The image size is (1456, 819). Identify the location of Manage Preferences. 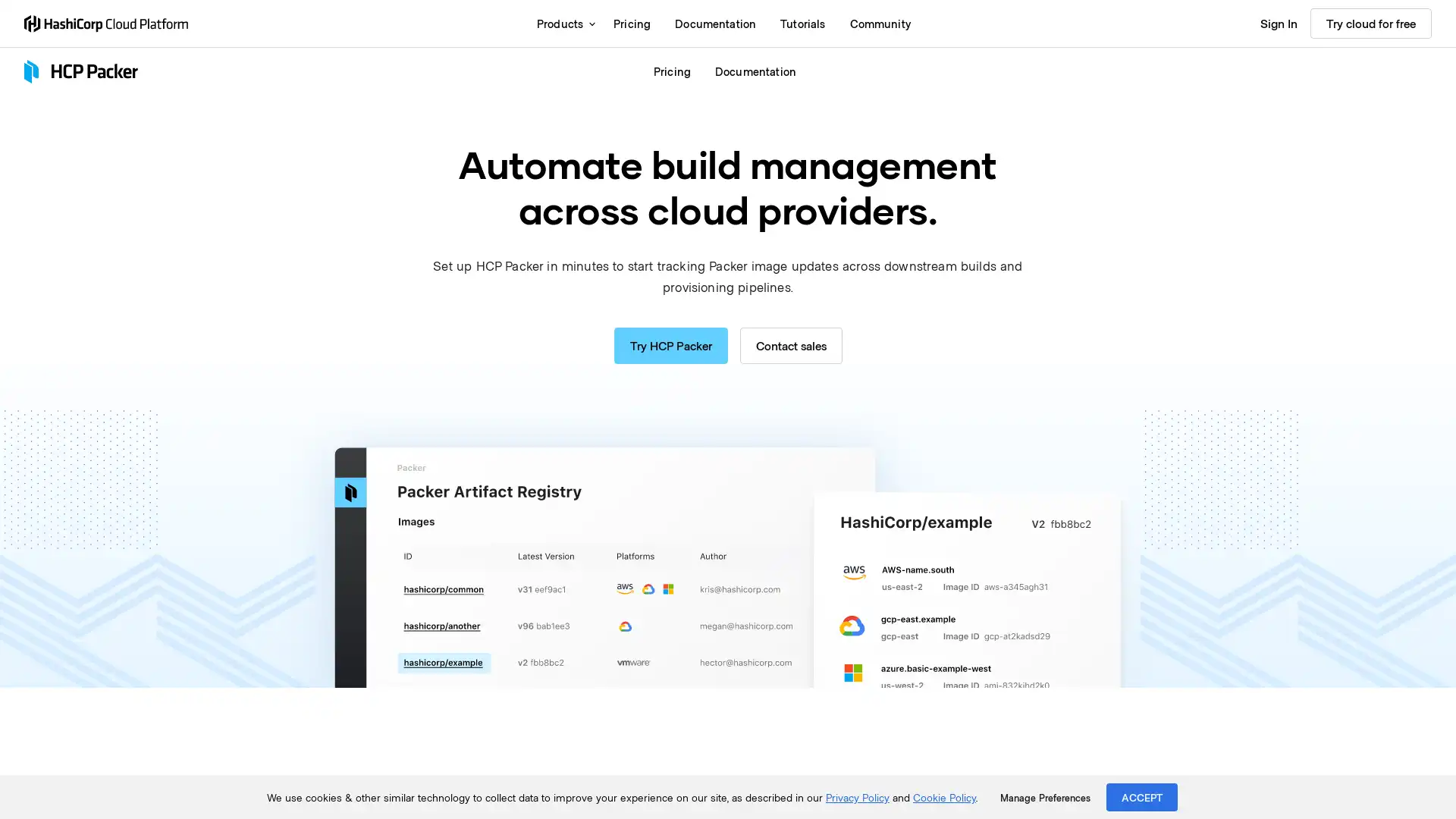
(1044, 797).